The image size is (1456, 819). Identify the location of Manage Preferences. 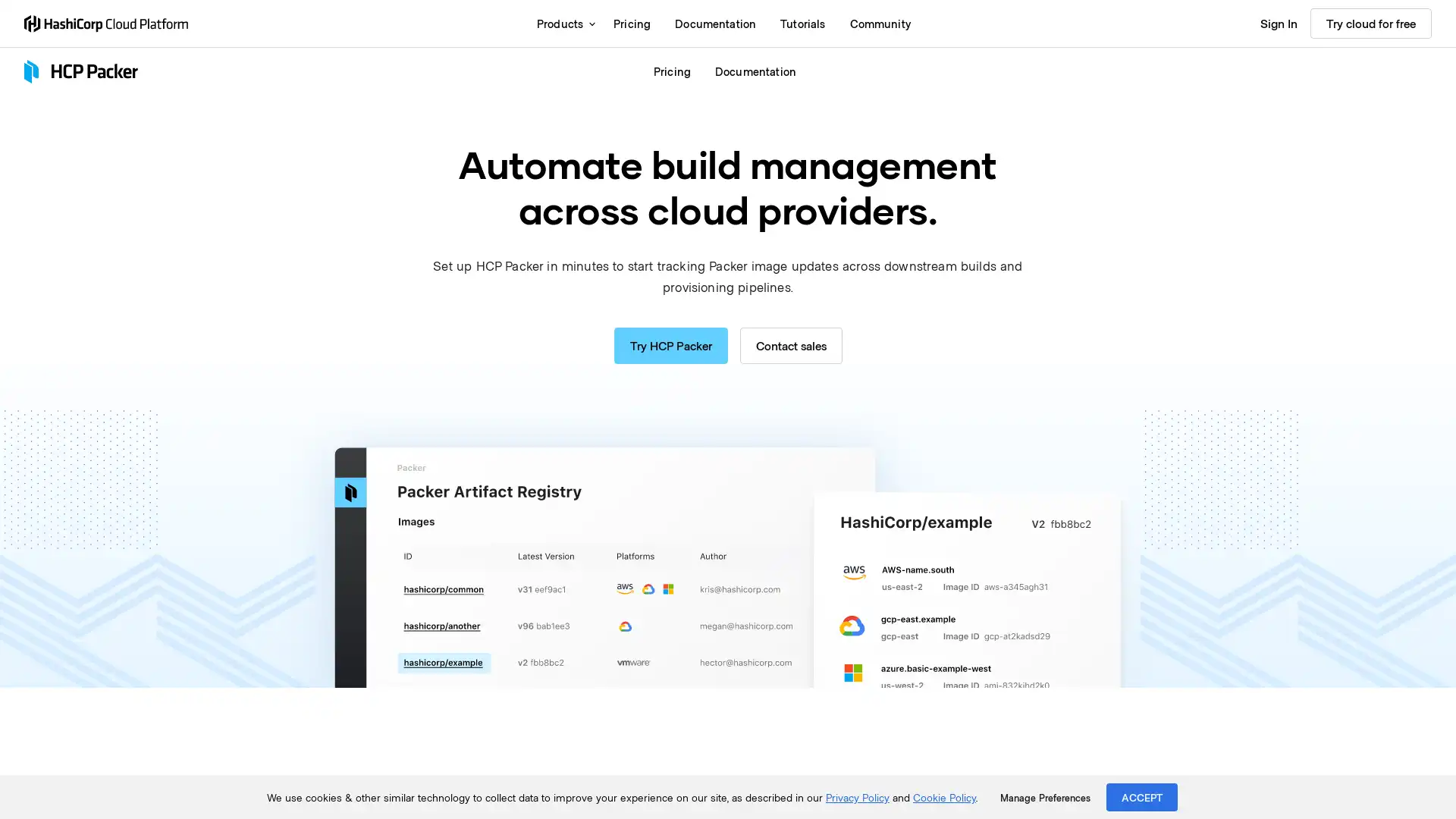
(1044, 797).